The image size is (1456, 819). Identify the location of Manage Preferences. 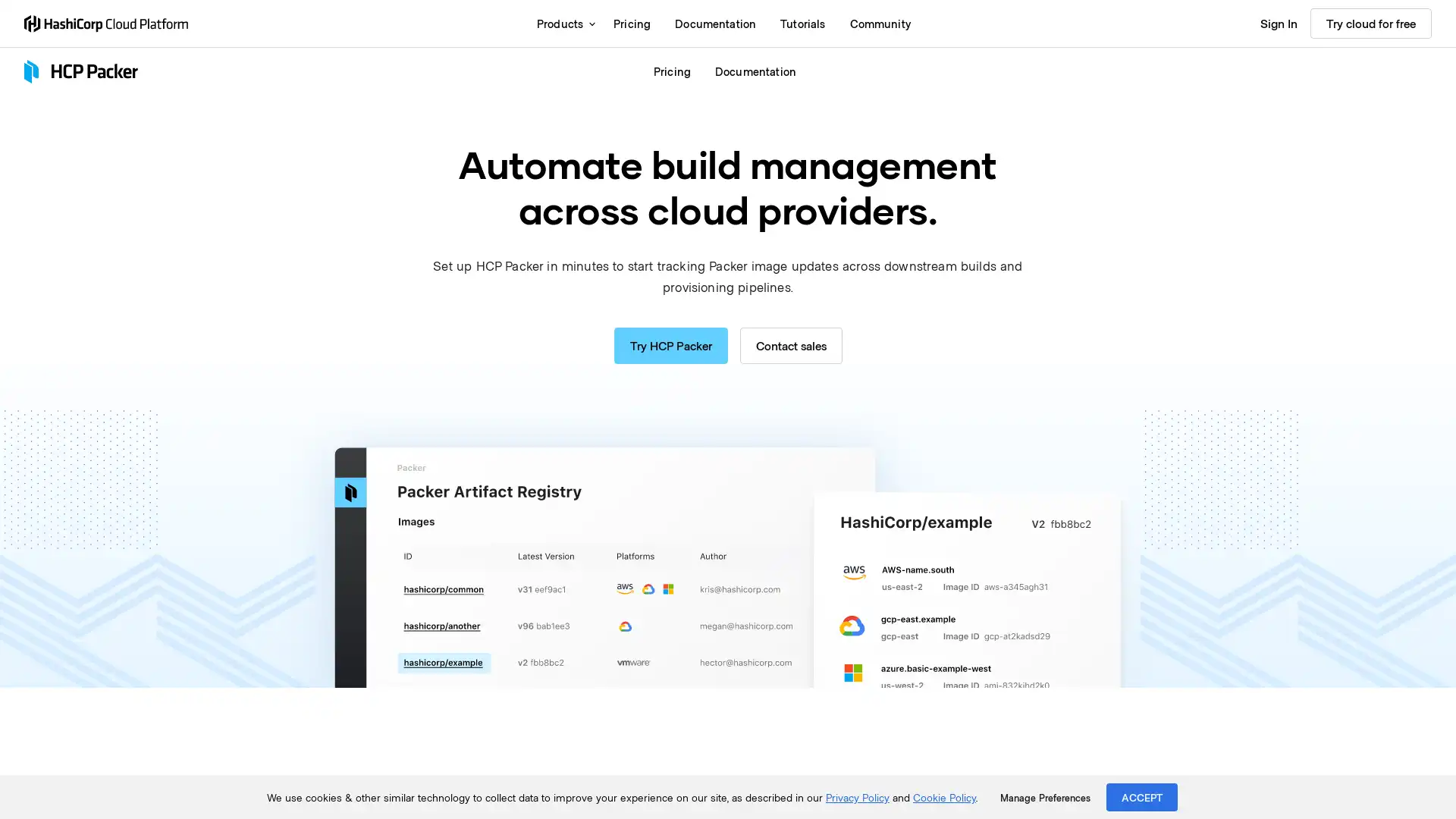
(1044, 797).